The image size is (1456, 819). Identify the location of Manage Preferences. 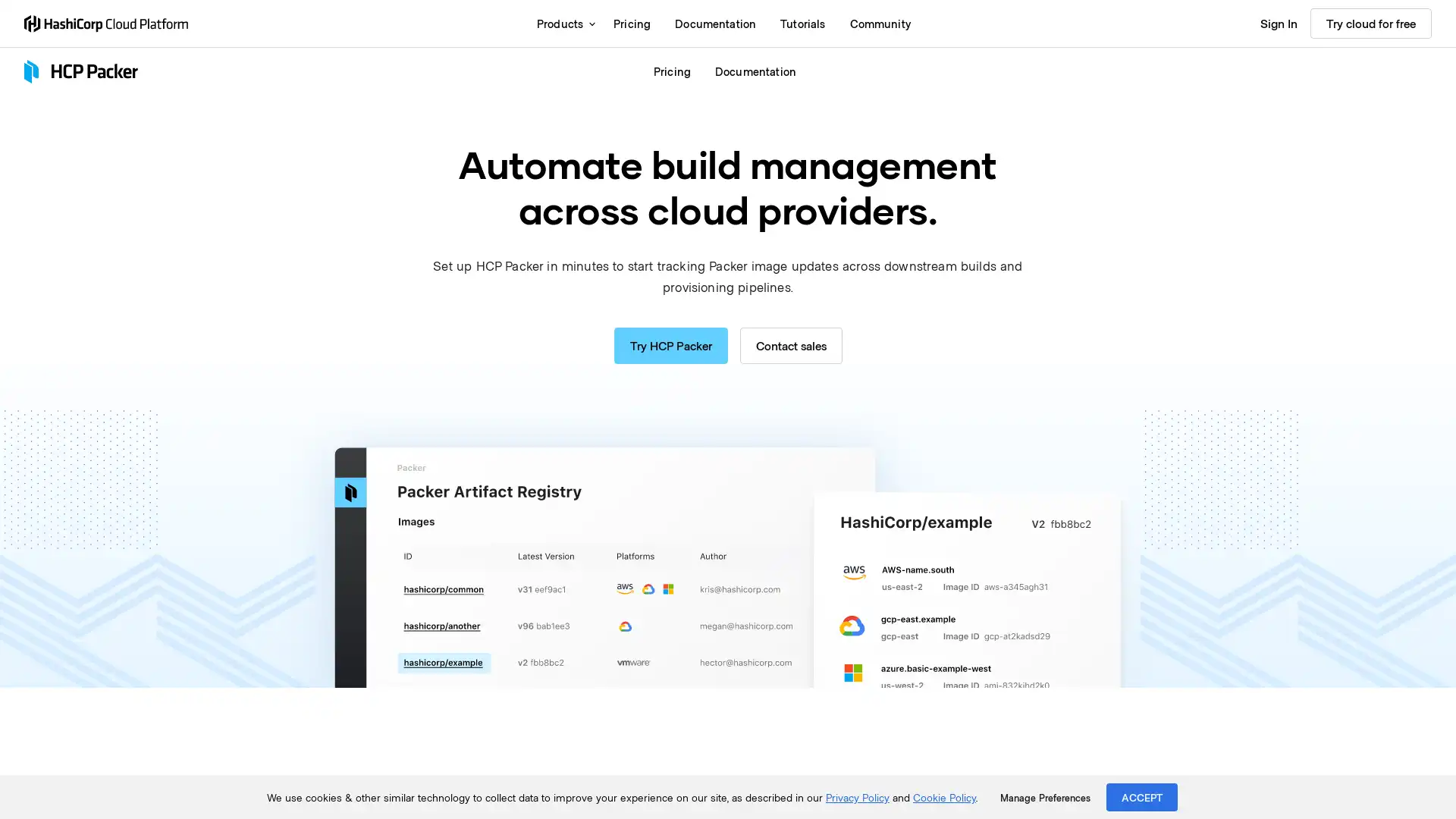
(1044, 797).